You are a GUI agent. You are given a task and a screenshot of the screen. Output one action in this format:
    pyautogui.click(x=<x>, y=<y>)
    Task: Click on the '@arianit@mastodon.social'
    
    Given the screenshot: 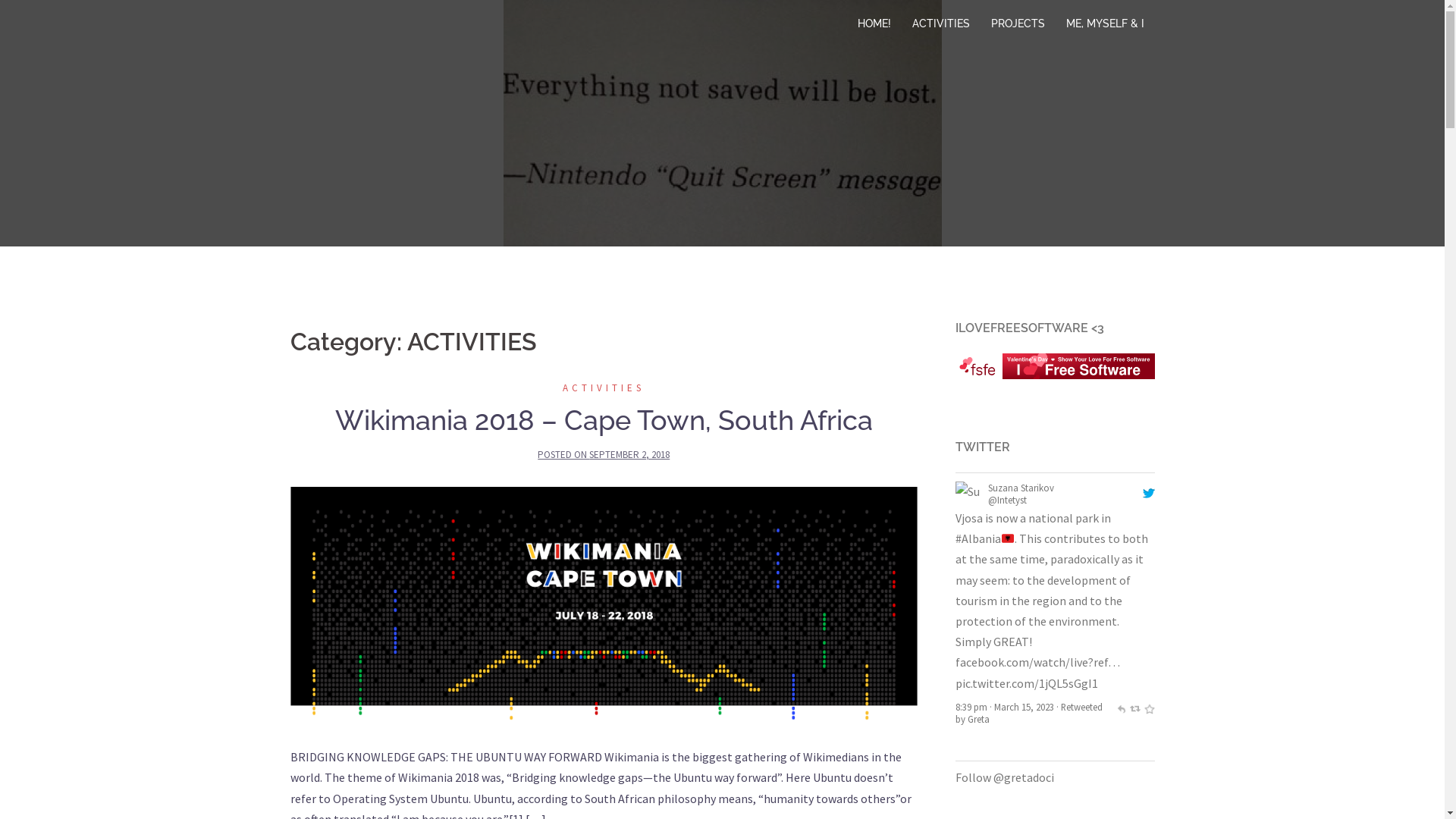 What is the action you would take?
    pyautogui.click(x=987, y=488)
    